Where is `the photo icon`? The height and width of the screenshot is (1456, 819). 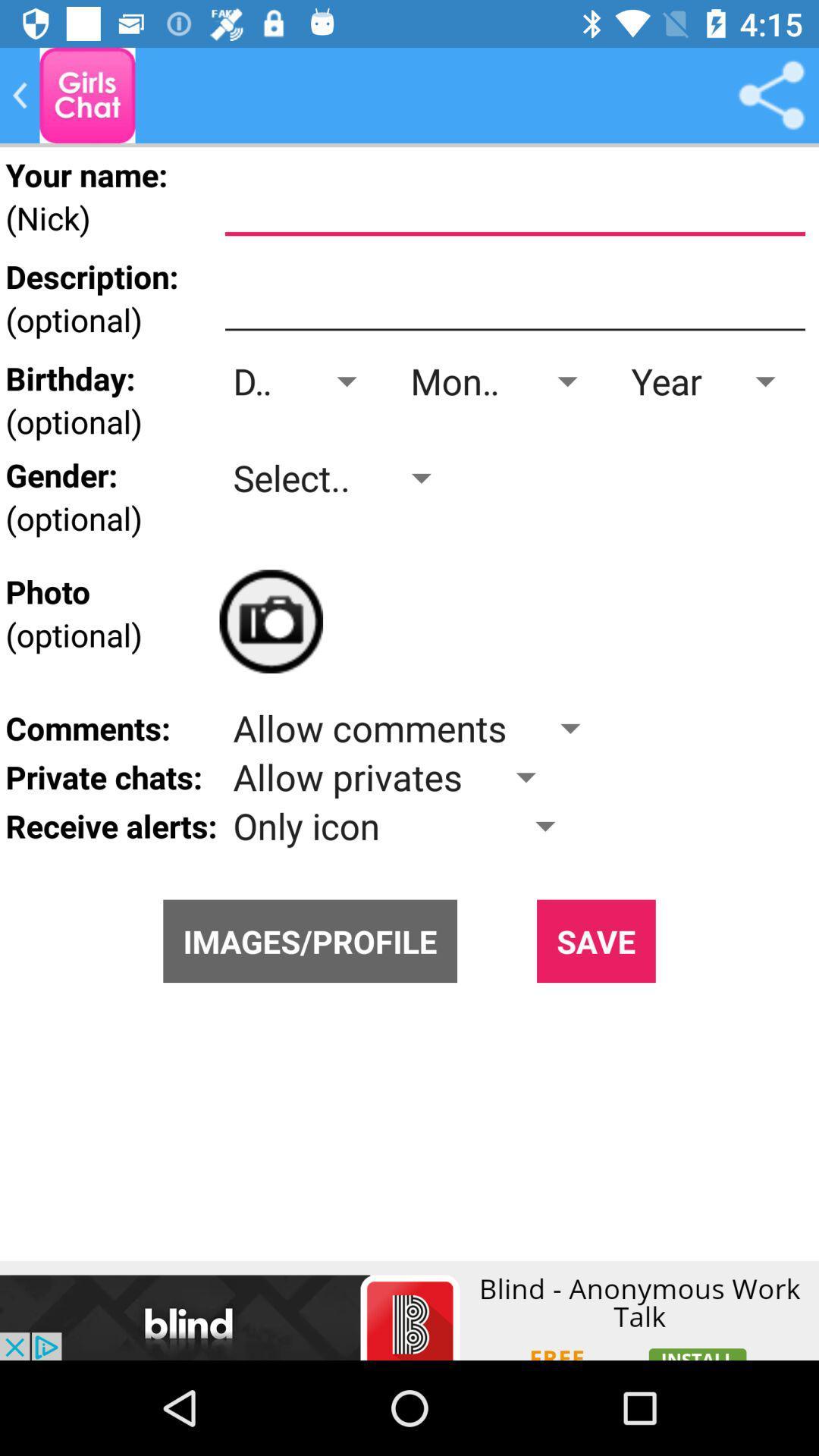
the photo icon is located at coordinates (270, 621).